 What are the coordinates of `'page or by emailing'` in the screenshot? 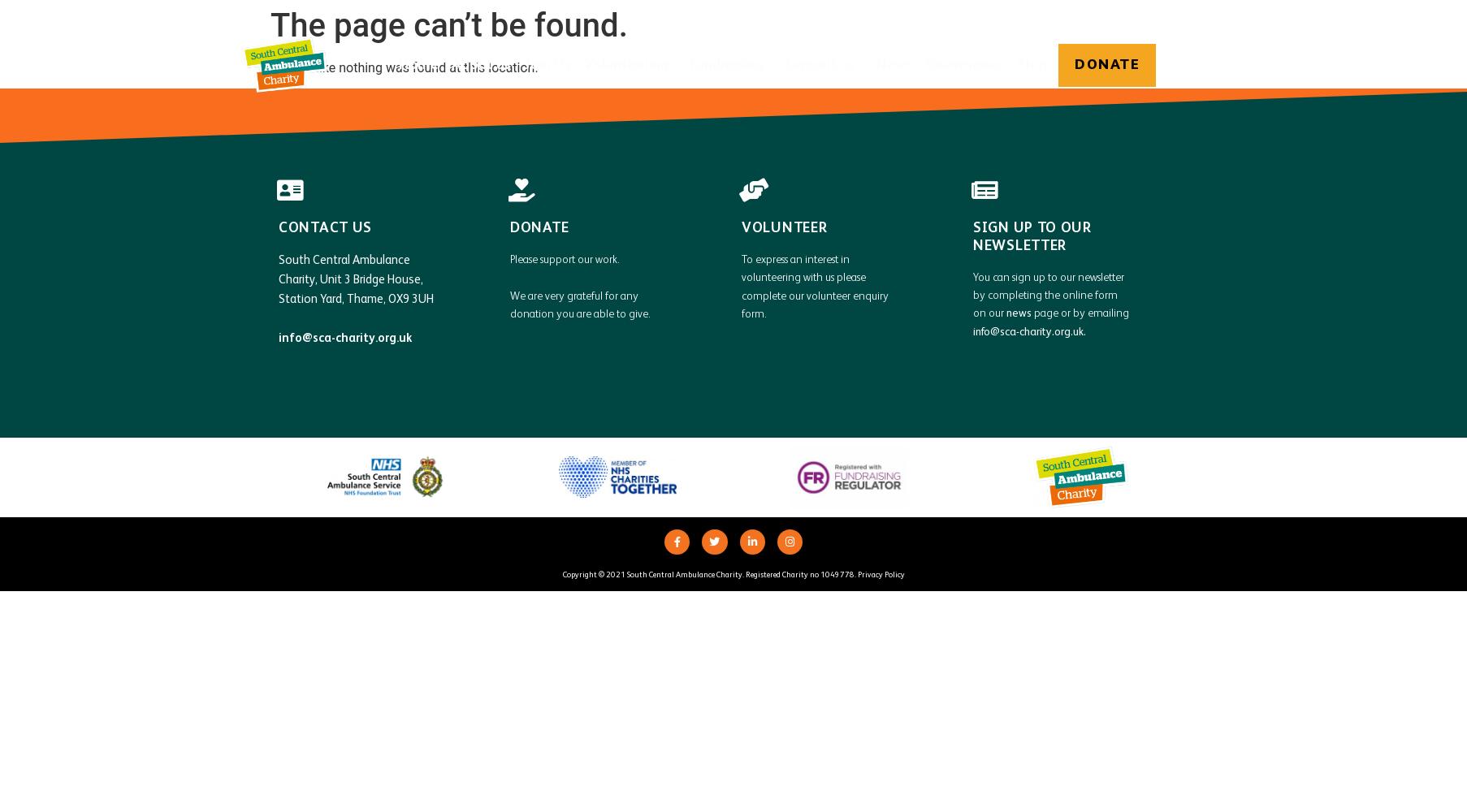 It's located at (1079, 313).